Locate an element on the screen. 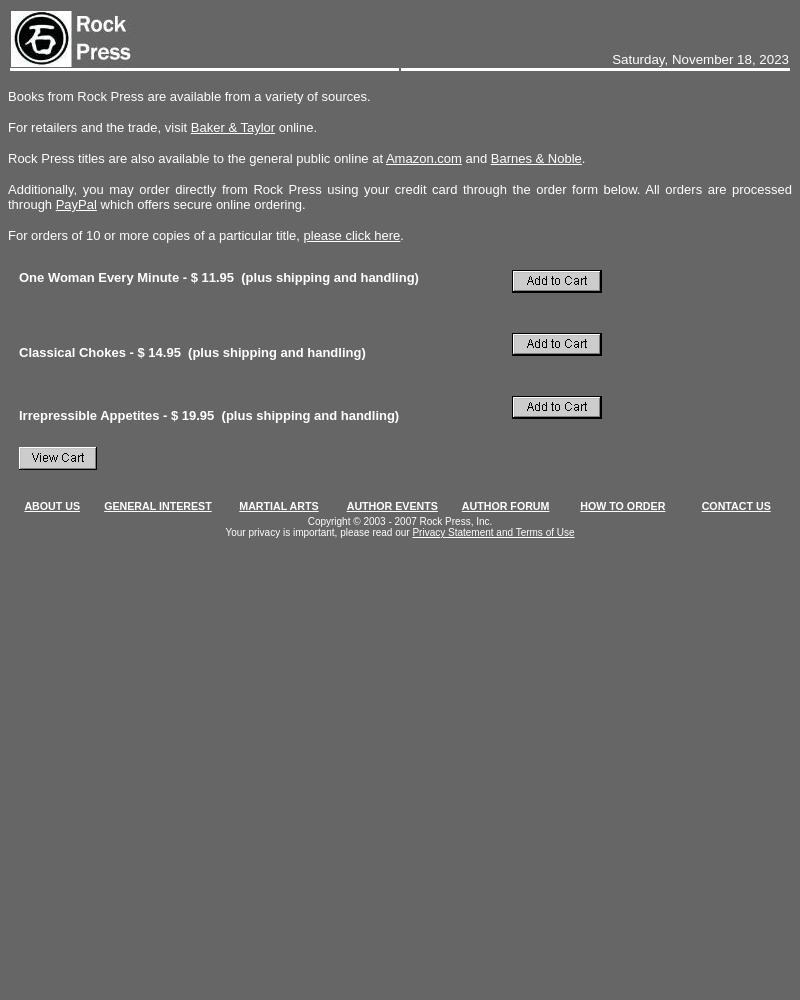 This screenshot has width=800, height=1000. 'PayPal' is located at coordinates (75, 203).